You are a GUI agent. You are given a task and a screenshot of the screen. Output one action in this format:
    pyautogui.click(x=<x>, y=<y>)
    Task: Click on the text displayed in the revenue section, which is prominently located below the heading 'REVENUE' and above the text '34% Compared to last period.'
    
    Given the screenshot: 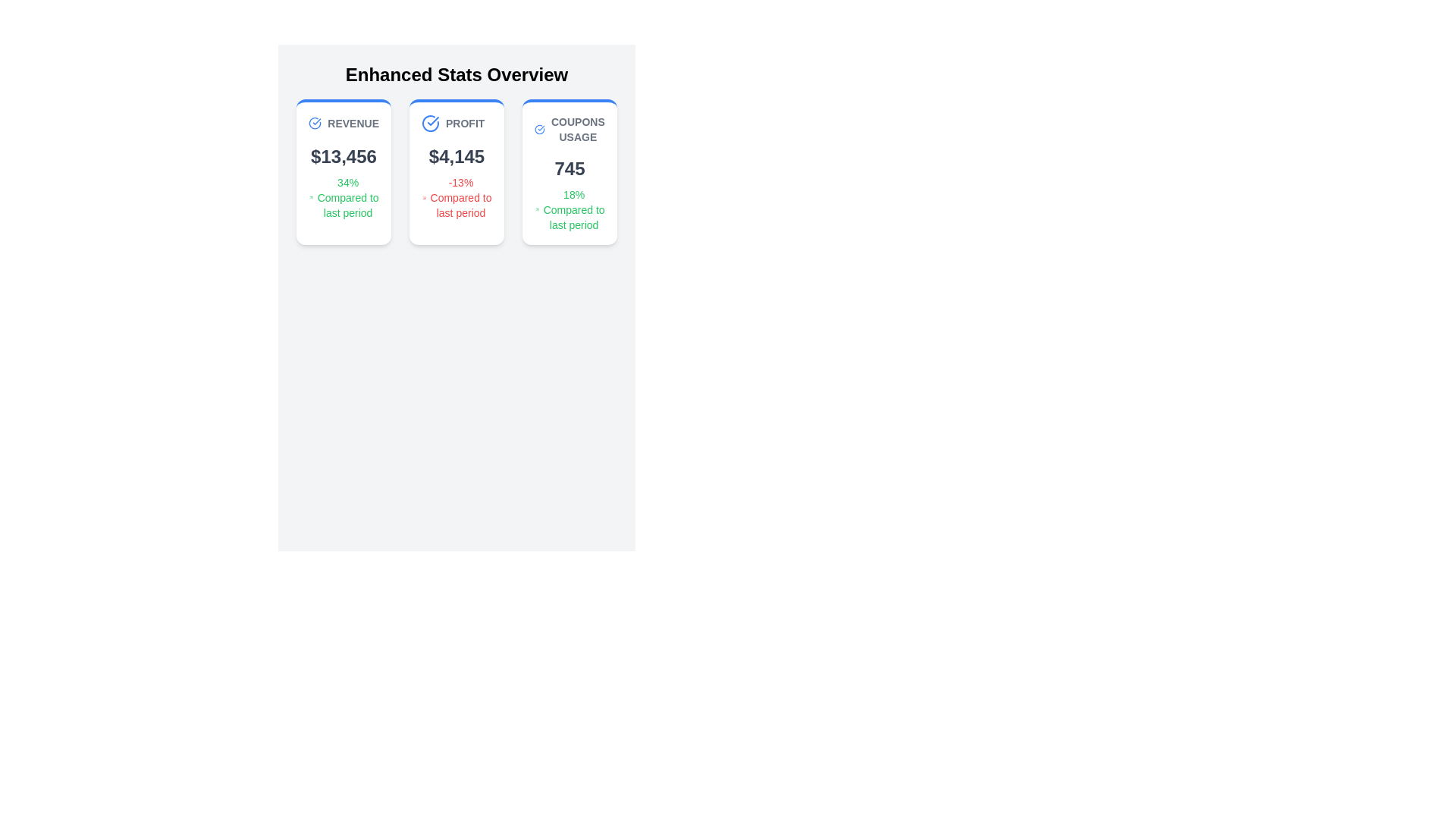 What is the action you would take?
    pyautogui.click(x=343, y=157)
    